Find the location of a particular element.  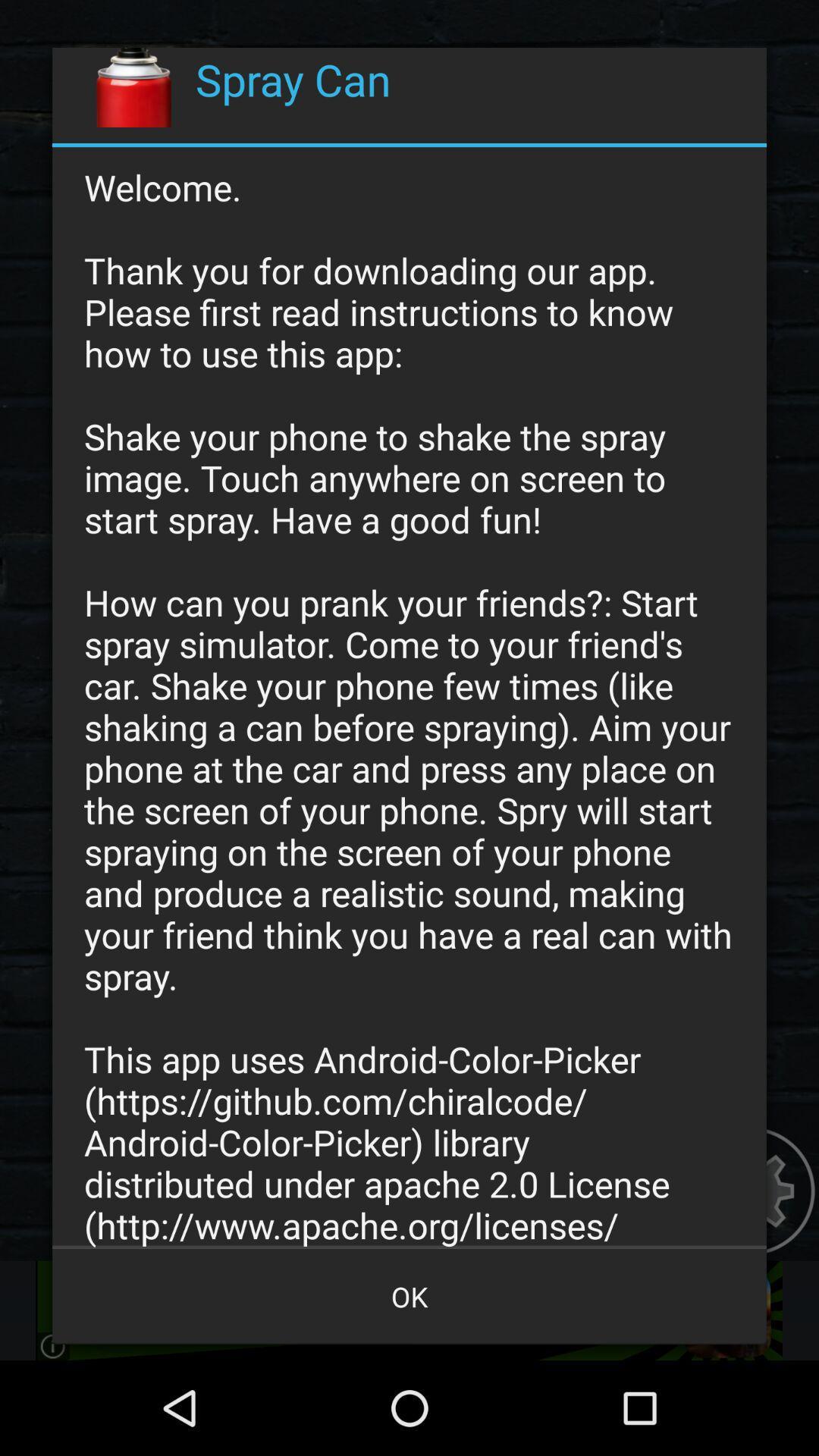

button at the bottom is located at coordinates (409, 1295).